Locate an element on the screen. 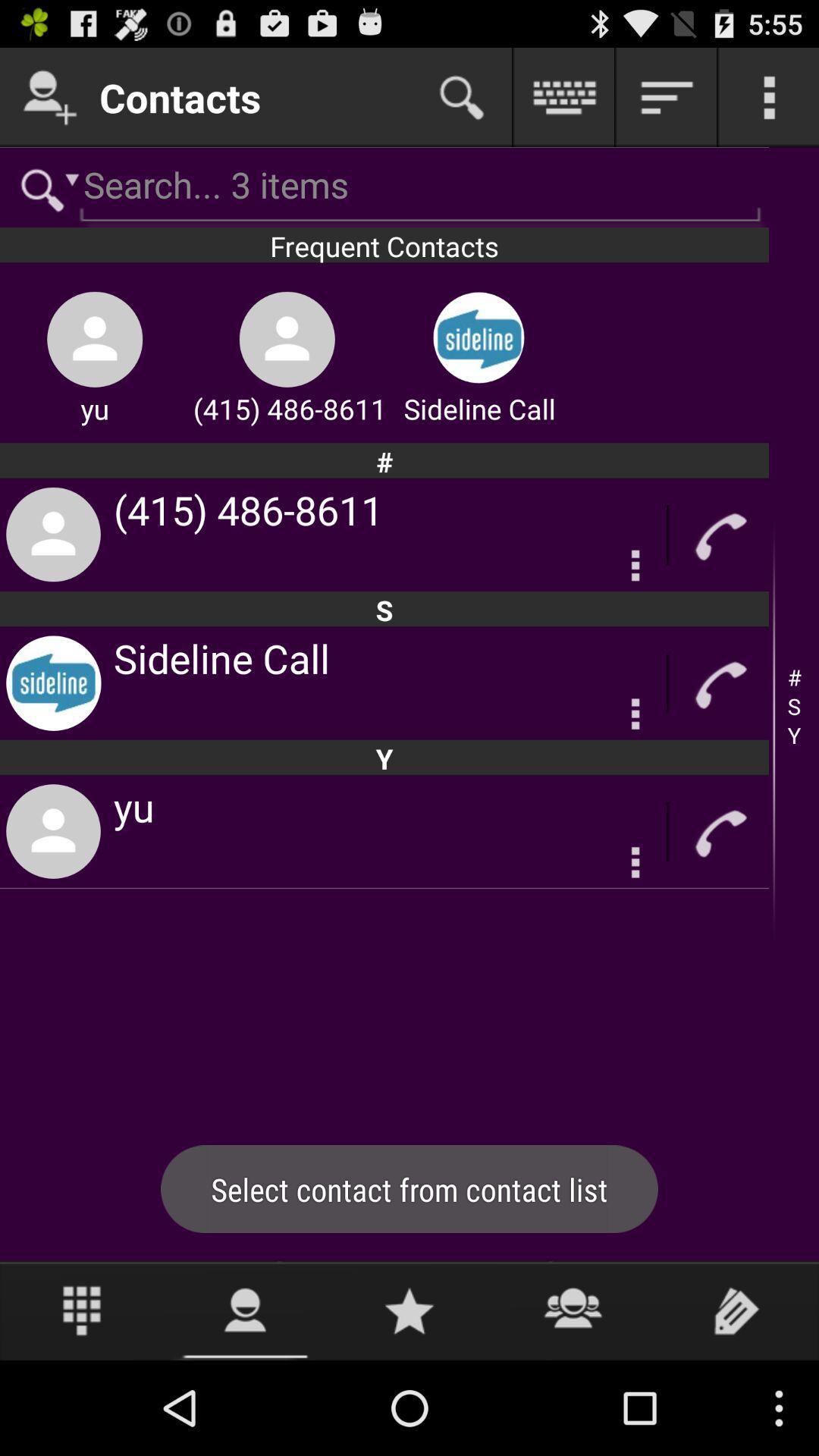 This screenshot has height=1456, width=819. the group icon is located at coordinates (573, 1401).